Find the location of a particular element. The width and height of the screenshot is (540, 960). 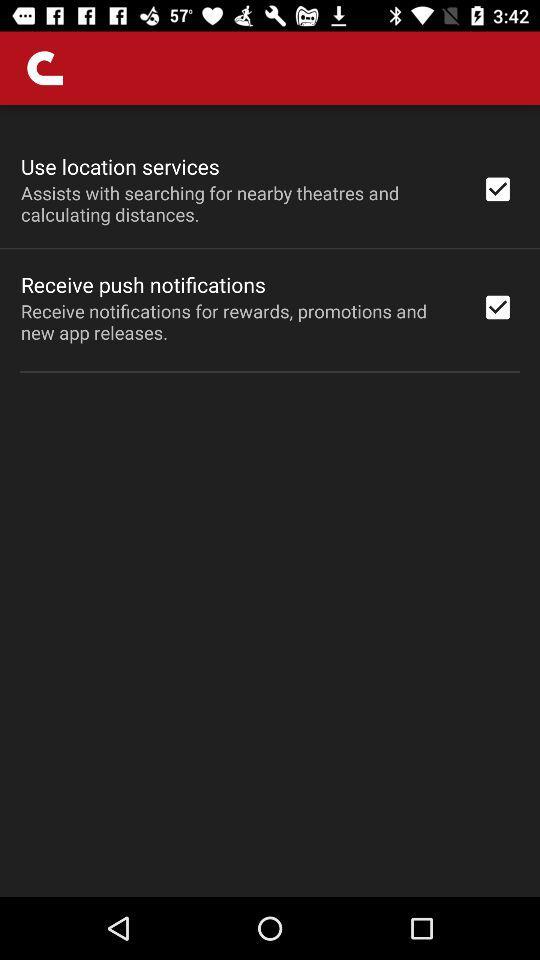

use location services is located at coordinates (120, 165).